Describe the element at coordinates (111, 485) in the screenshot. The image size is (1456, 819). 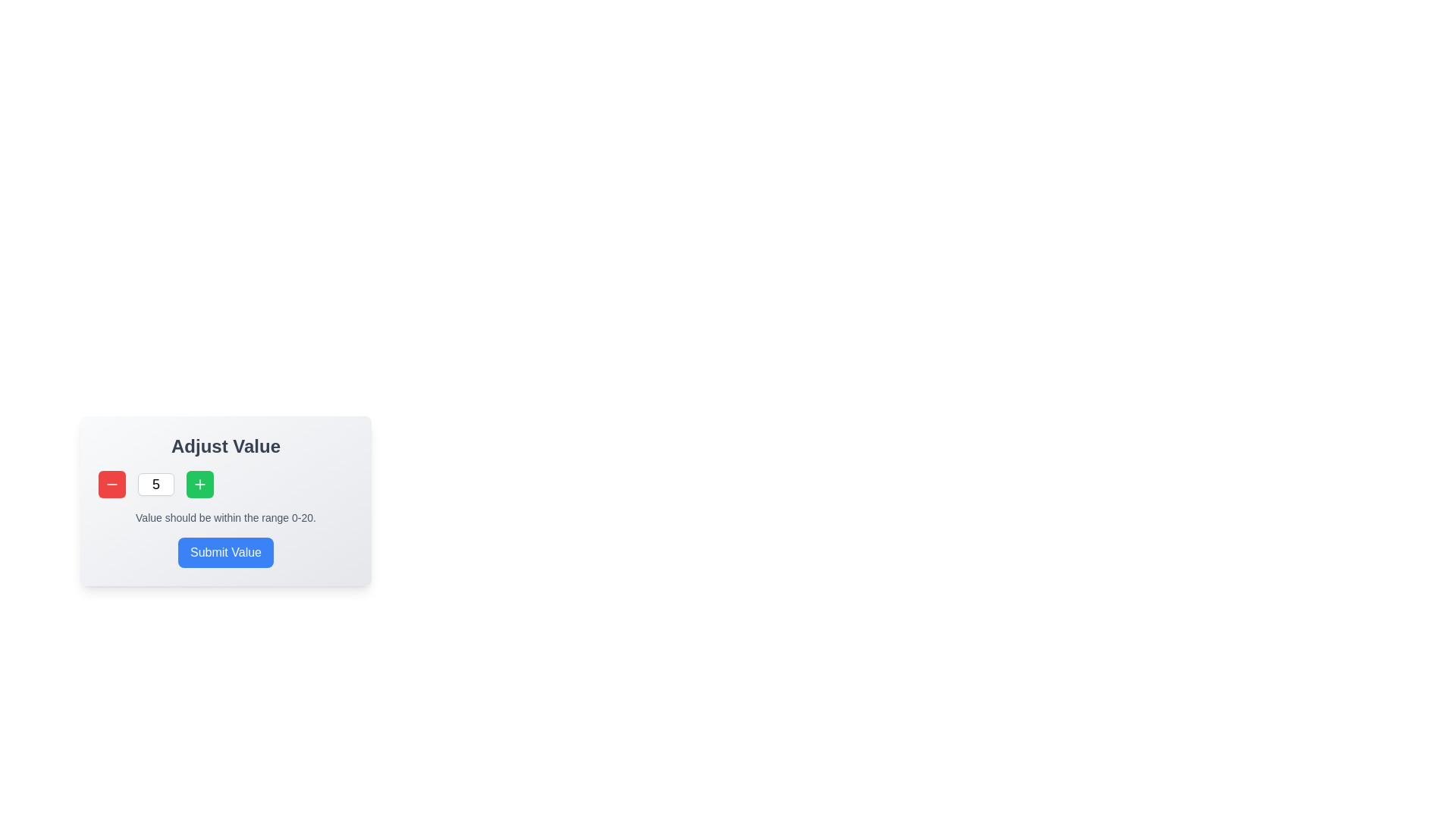
I see `the decrement button located at the far left side of the horizontal row` at that location.